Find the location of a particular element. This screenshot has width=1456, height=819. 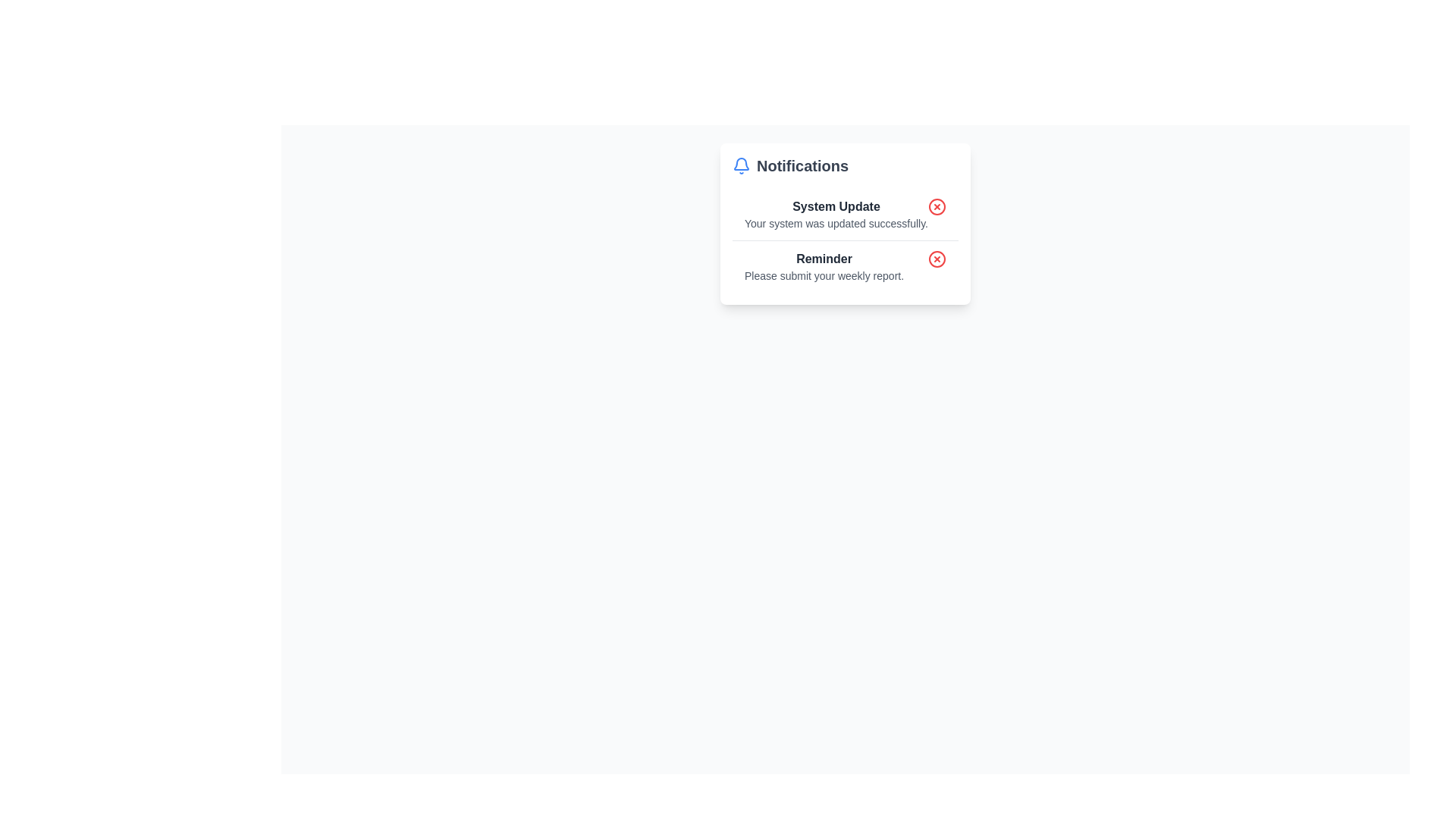

the bell icon located to the left of the 'Notifications' text in the header of the notifications section to manage notifications is located at coordinates (742, 166).